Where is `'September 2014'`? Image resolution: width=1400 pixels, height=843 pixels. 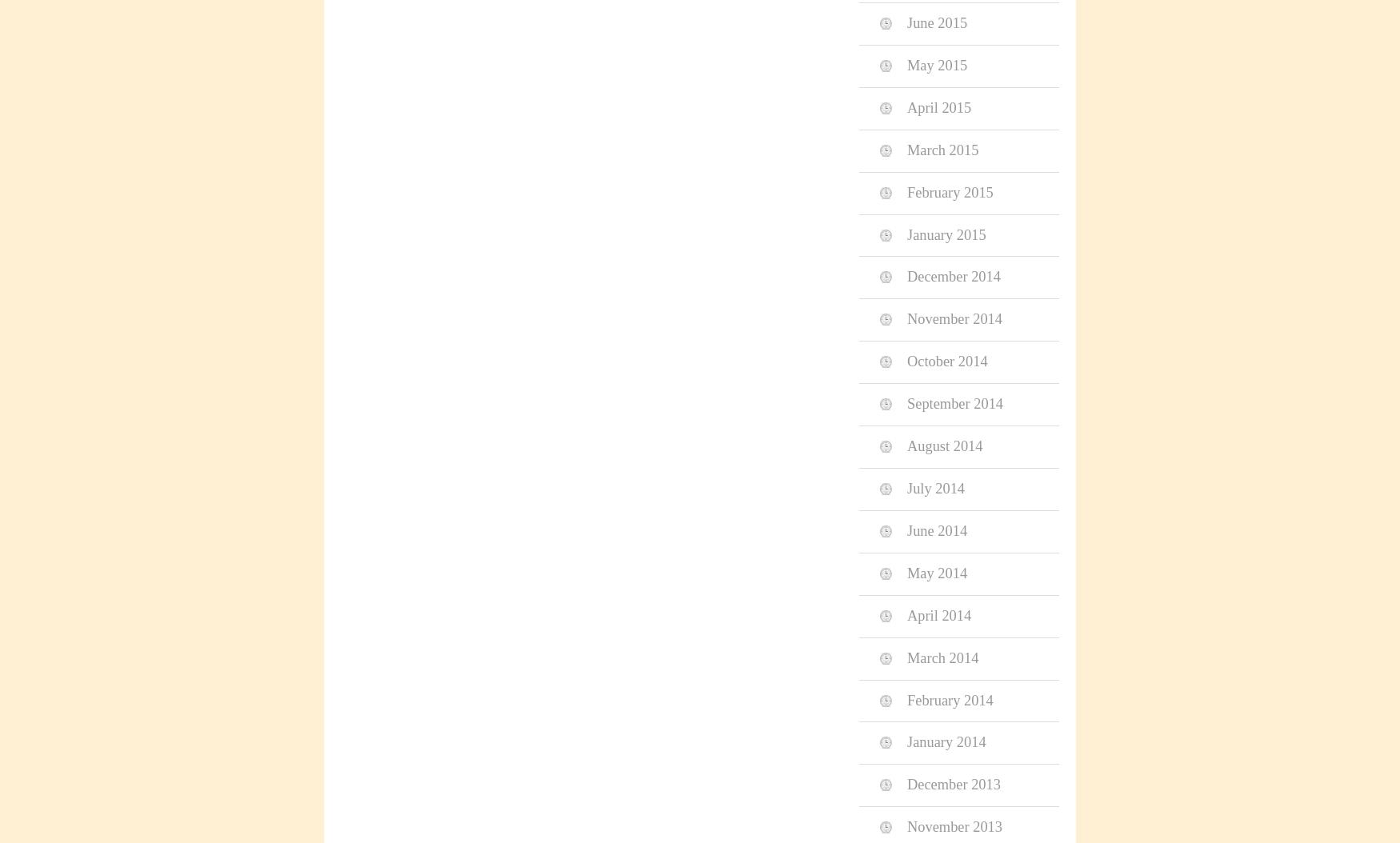
'September 2014' is located at coordinates (955, 402).